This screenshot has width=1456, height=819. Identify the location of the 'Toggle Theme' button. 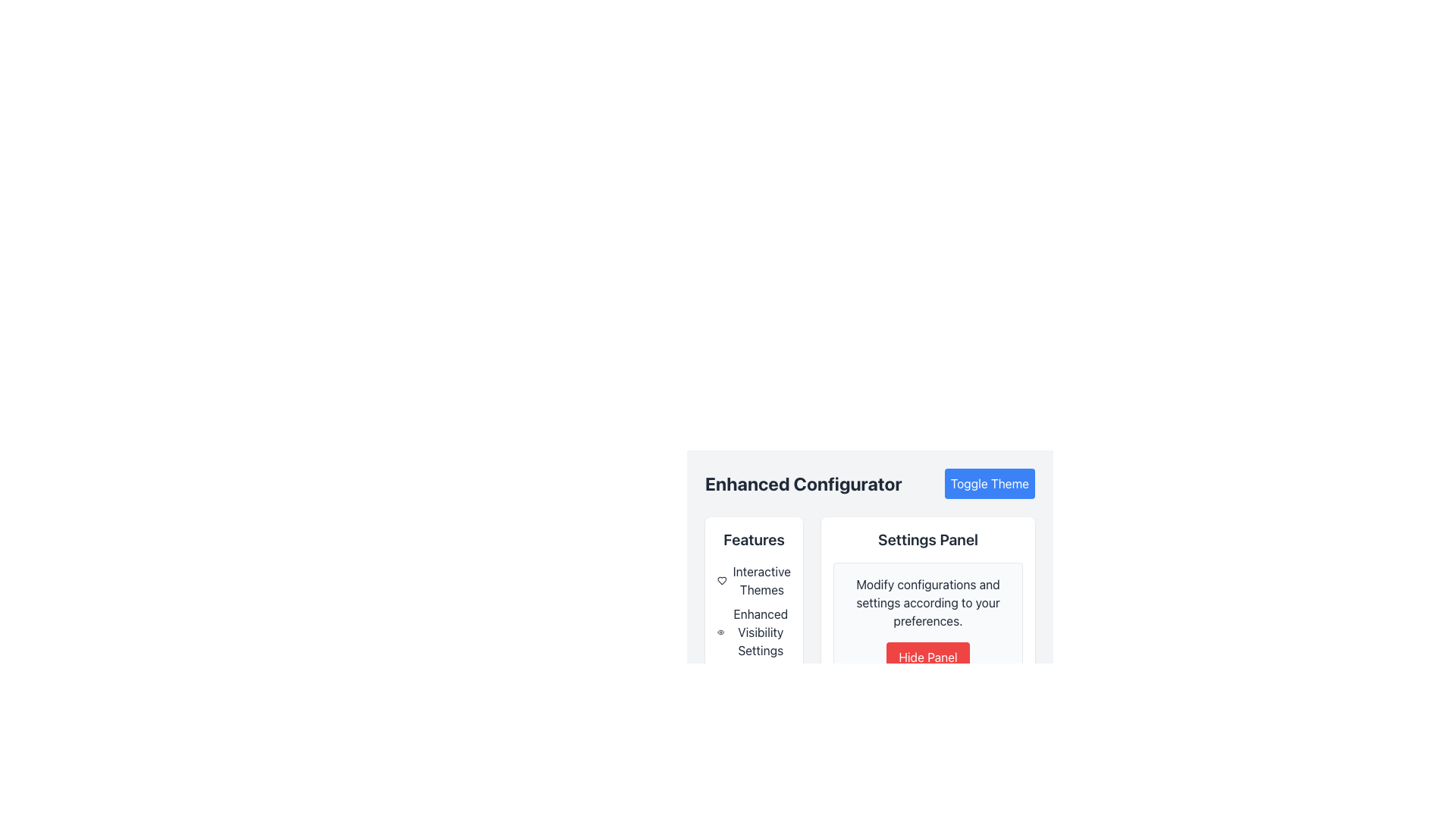
(990, 483).